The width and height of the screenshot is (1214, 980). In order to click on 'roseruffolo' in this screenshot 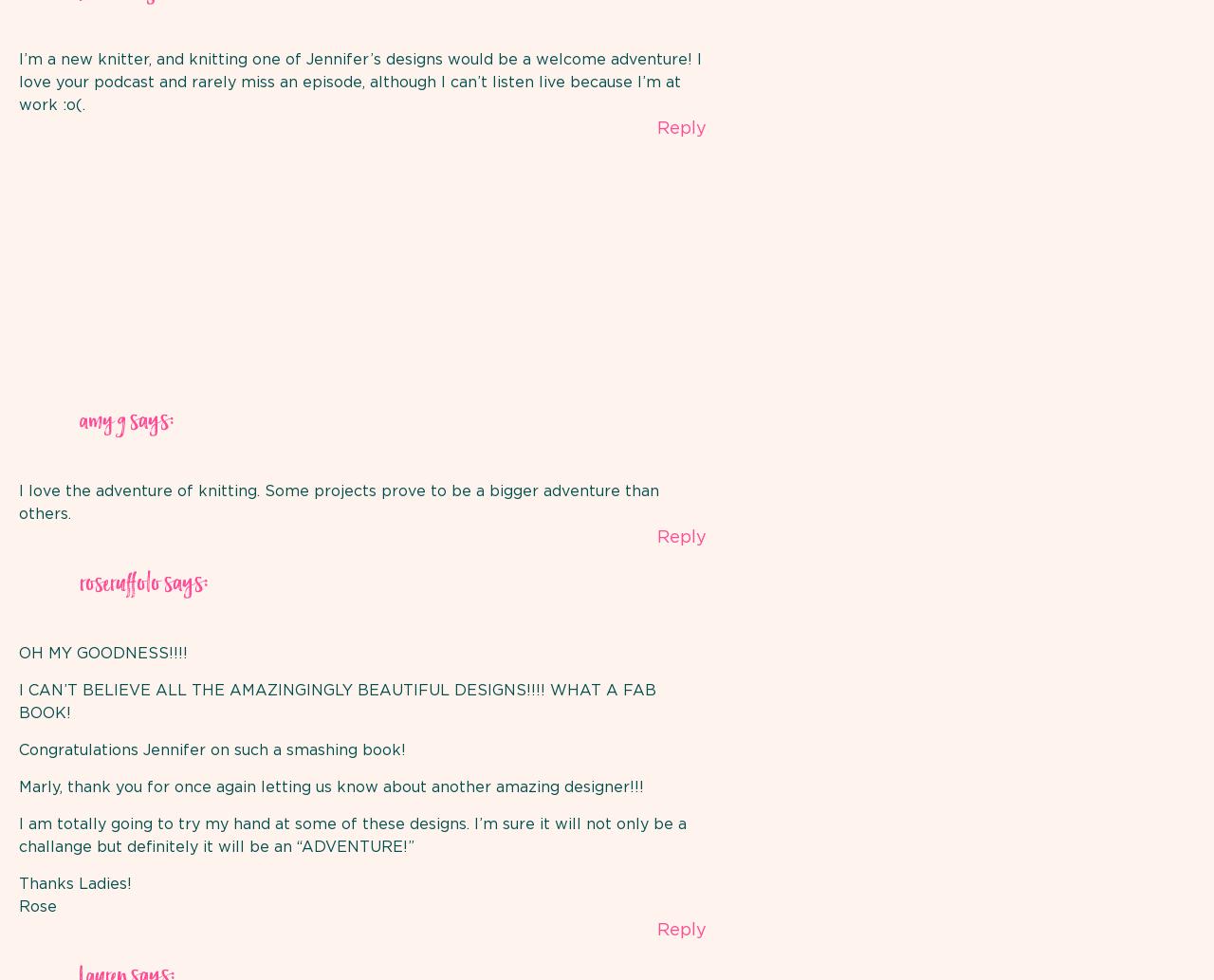, I will do `click(78, 583)`.